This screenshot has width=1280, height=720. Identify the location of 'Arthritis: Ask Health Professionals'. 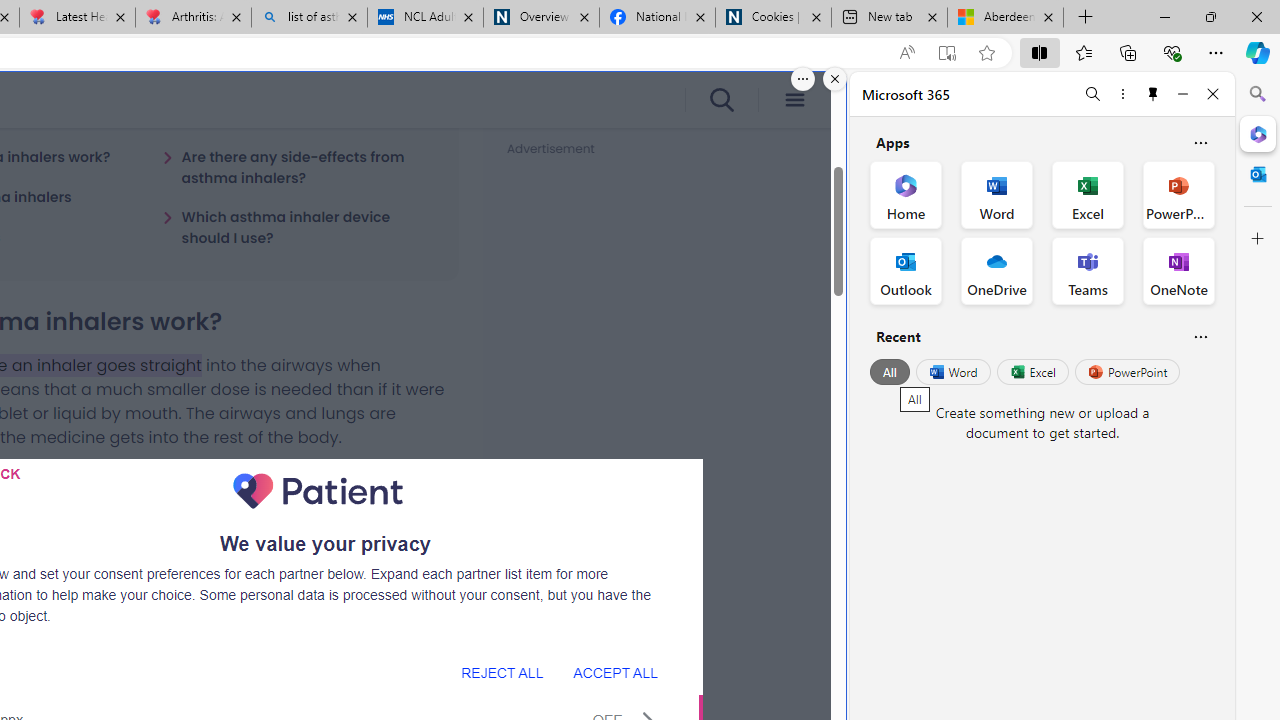
(193, 17).